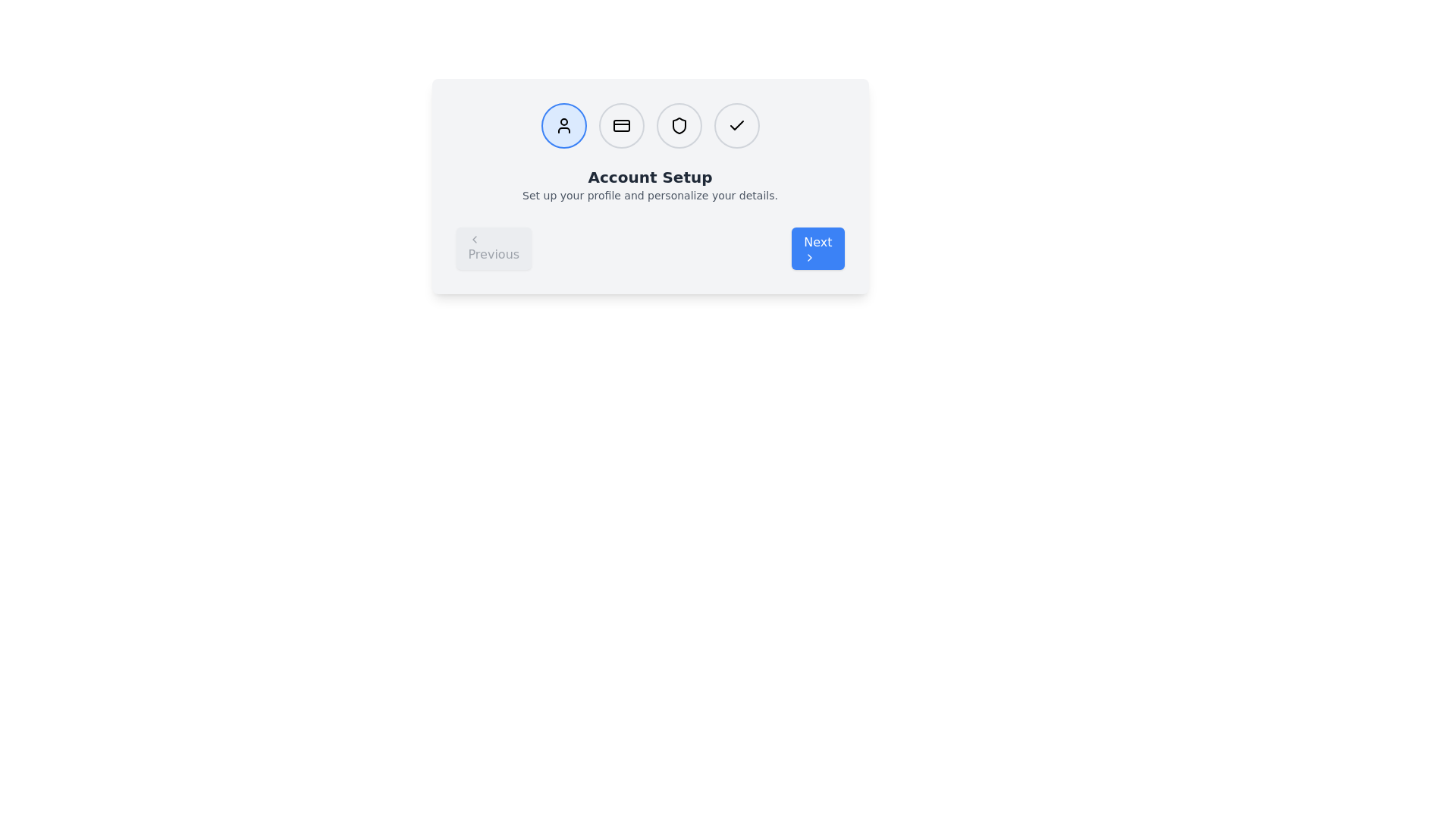  I want to click on the circular icon with a gray border and a centered black checkmark symbol, so click(736, 124).